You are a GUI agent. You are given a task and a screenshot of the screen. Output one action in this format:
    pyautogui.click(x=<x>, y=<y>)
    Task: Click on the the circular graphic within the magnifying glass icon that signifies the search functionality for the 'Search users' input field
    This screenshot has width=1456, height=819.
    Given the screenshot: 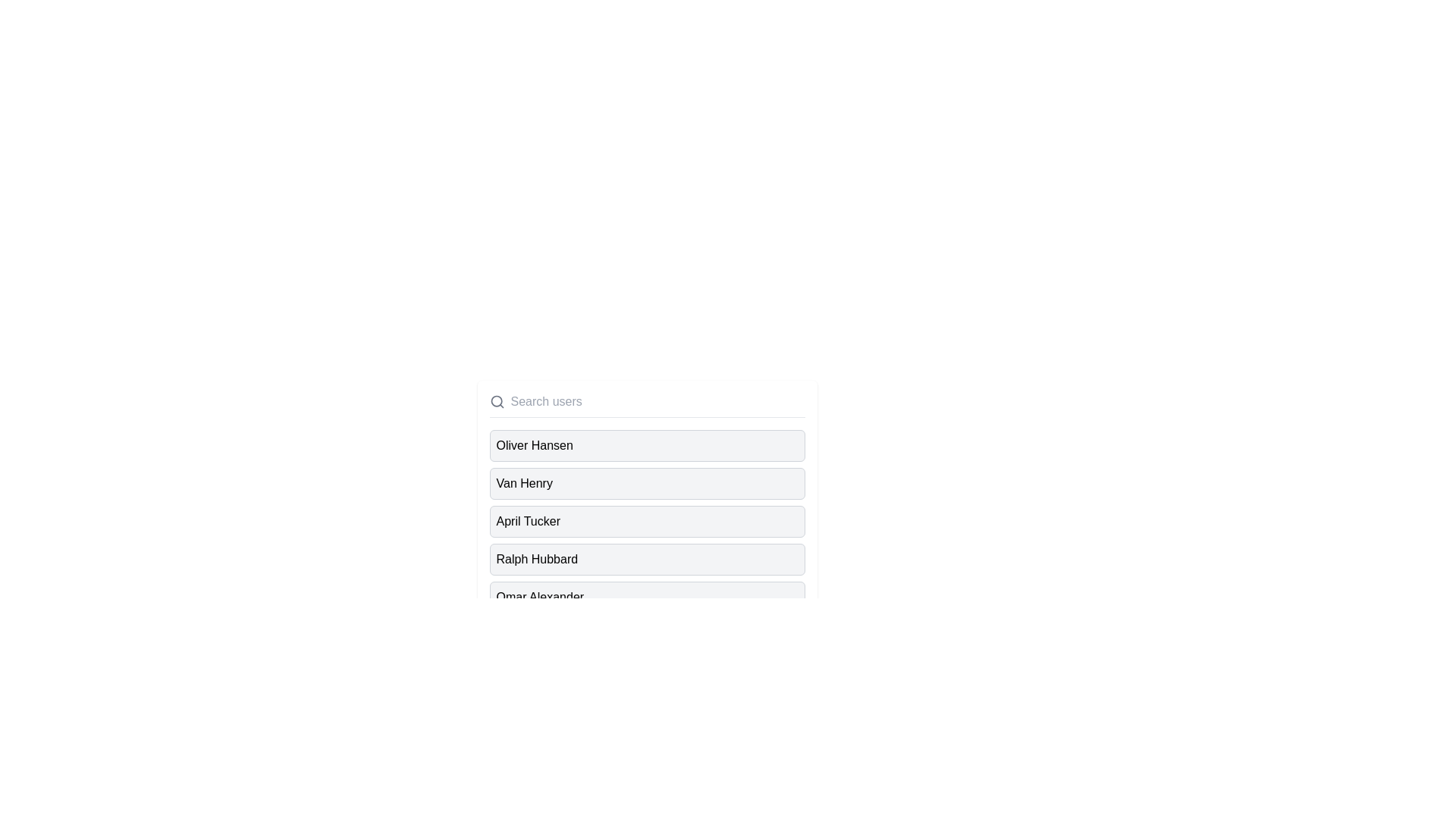 What is the action you would take?
    pyautogui.click(x=496, y=400)
    